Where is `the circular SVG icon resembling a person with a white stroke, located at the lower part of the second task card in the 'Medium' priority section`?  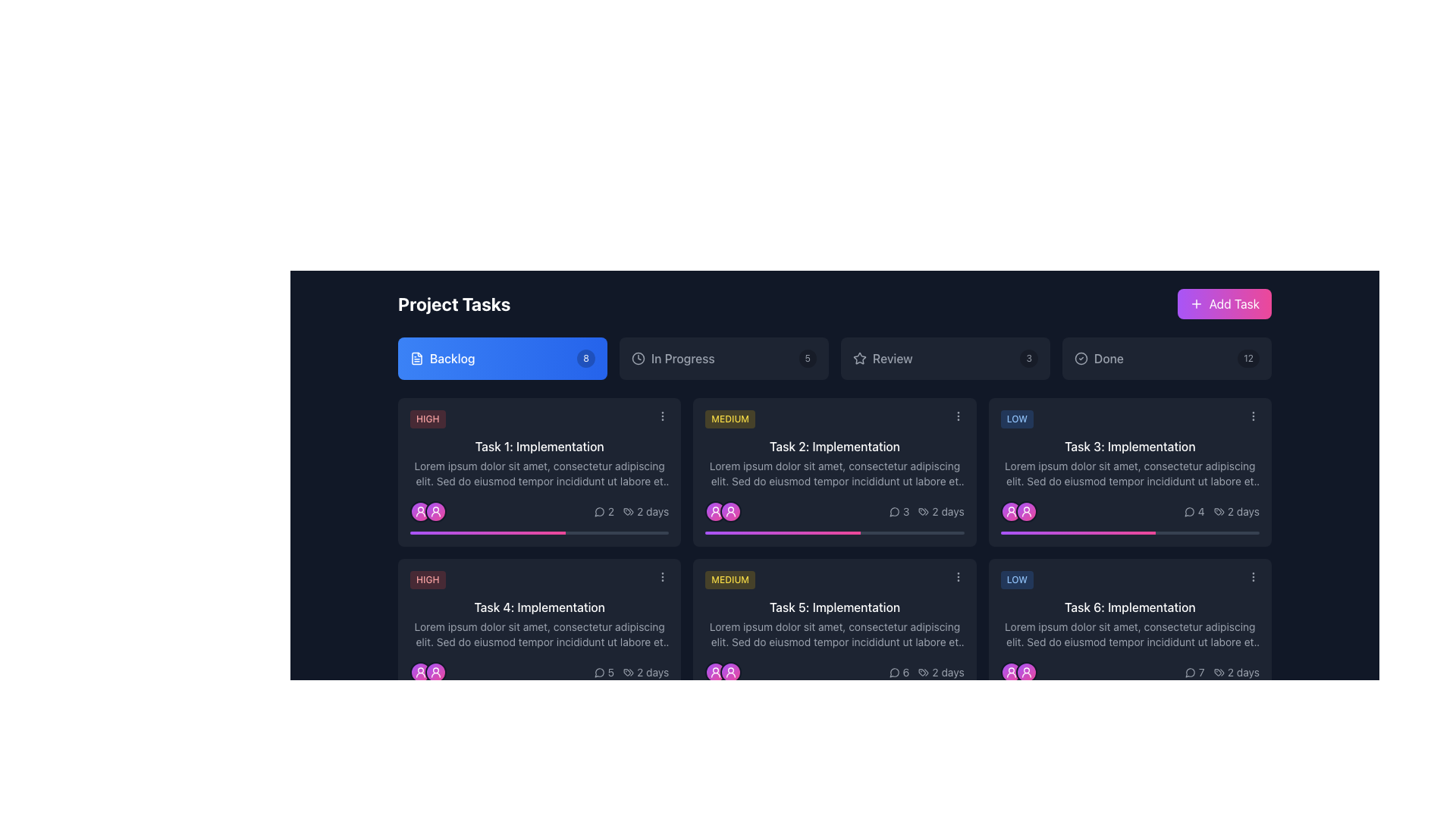 the circular SVG icon resembling a person with a white stroke, located at the lower part of the second task card in the 'Medium' priority section is located at coordinates (731, 512).